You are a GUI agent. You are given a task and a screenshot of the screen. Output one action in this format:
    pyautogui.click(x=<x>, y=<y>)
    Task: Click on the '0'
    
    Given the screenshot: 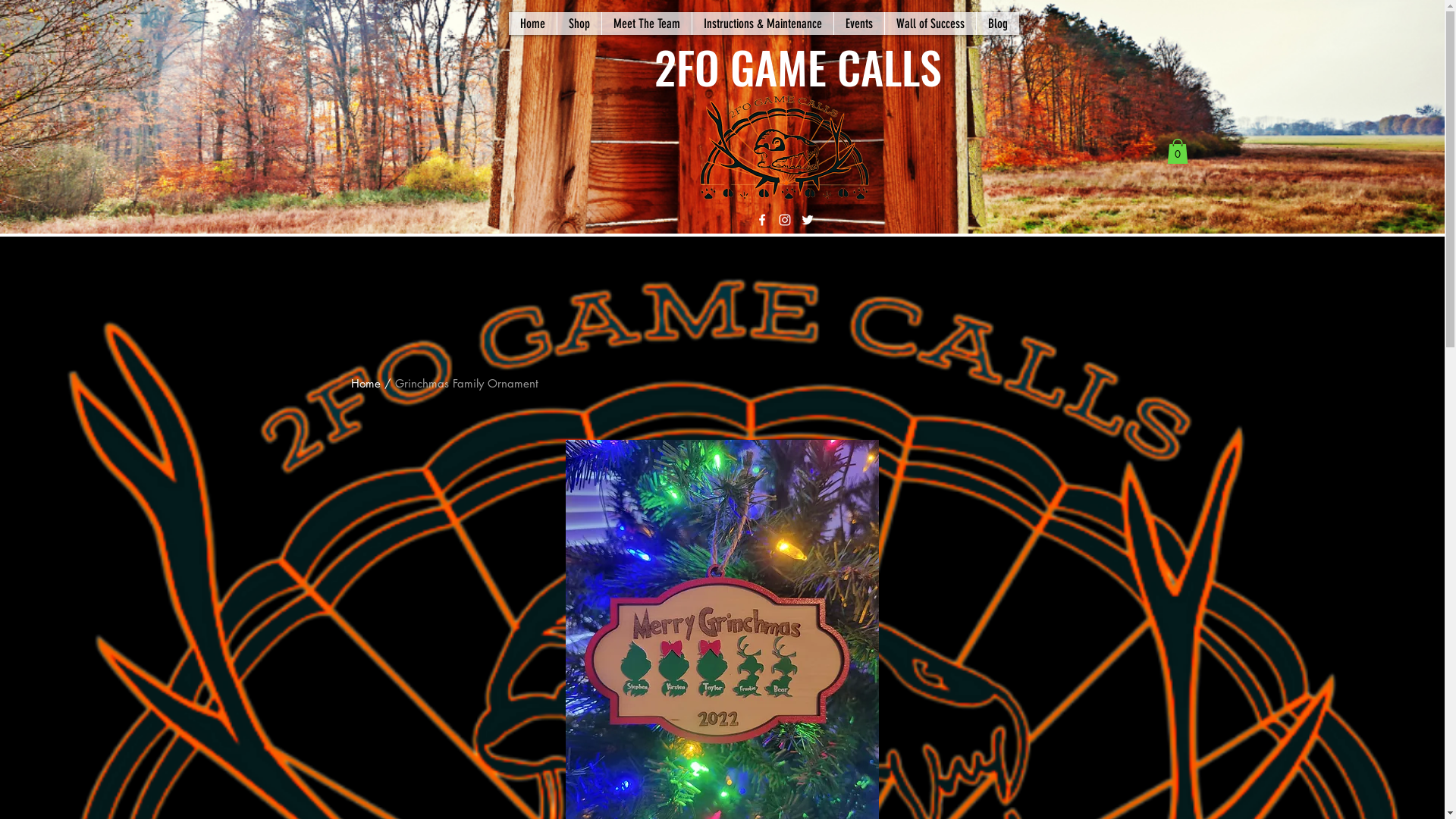 What is the action you would take?
    pyautogui.click(x=1177, y=151)
    